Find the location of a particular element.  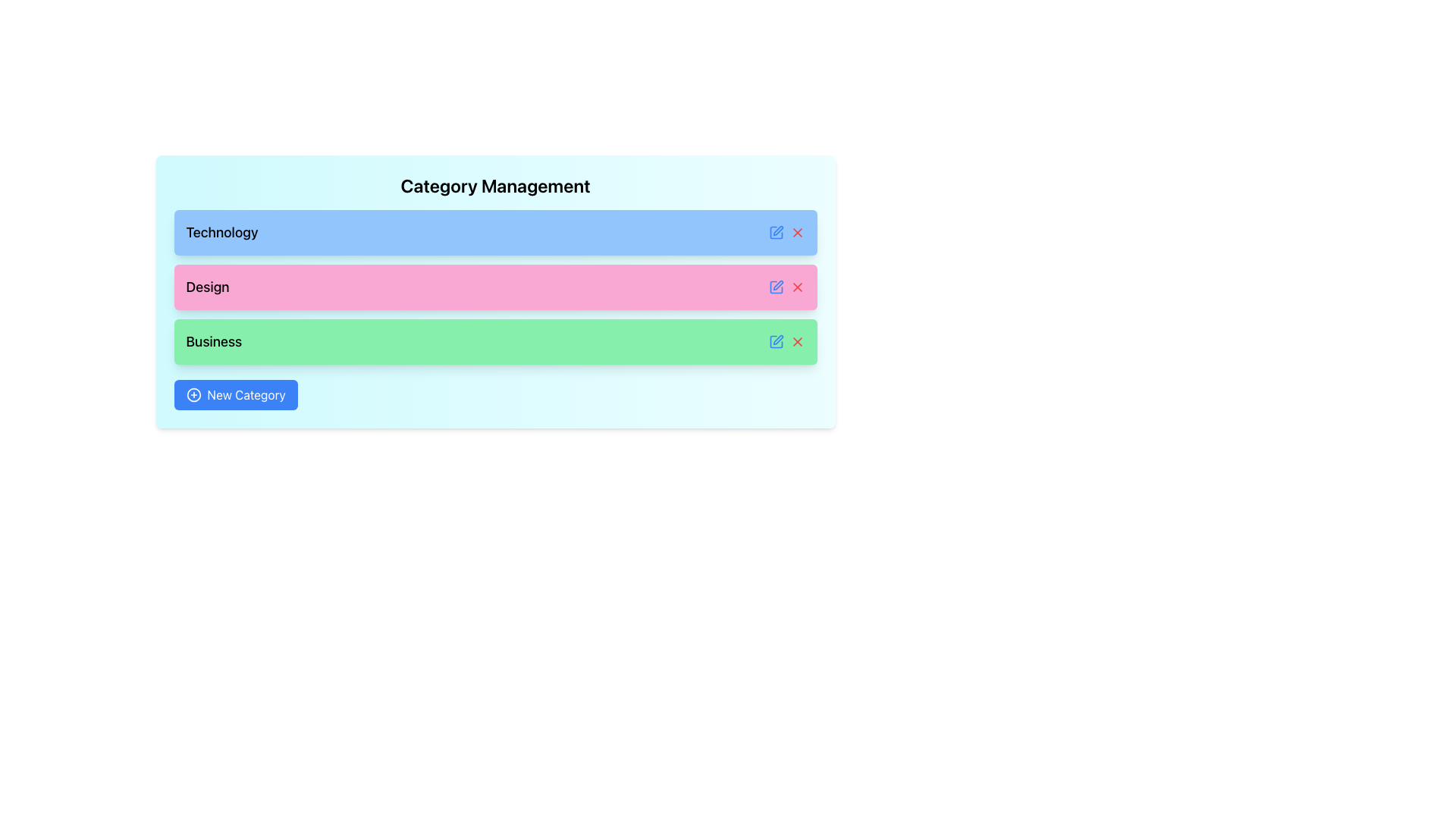

the vector-based icon depicting a square with a pen on its surface, located on the right edge of the pink bar titled 'Design' is located at coordinates (776, 287).